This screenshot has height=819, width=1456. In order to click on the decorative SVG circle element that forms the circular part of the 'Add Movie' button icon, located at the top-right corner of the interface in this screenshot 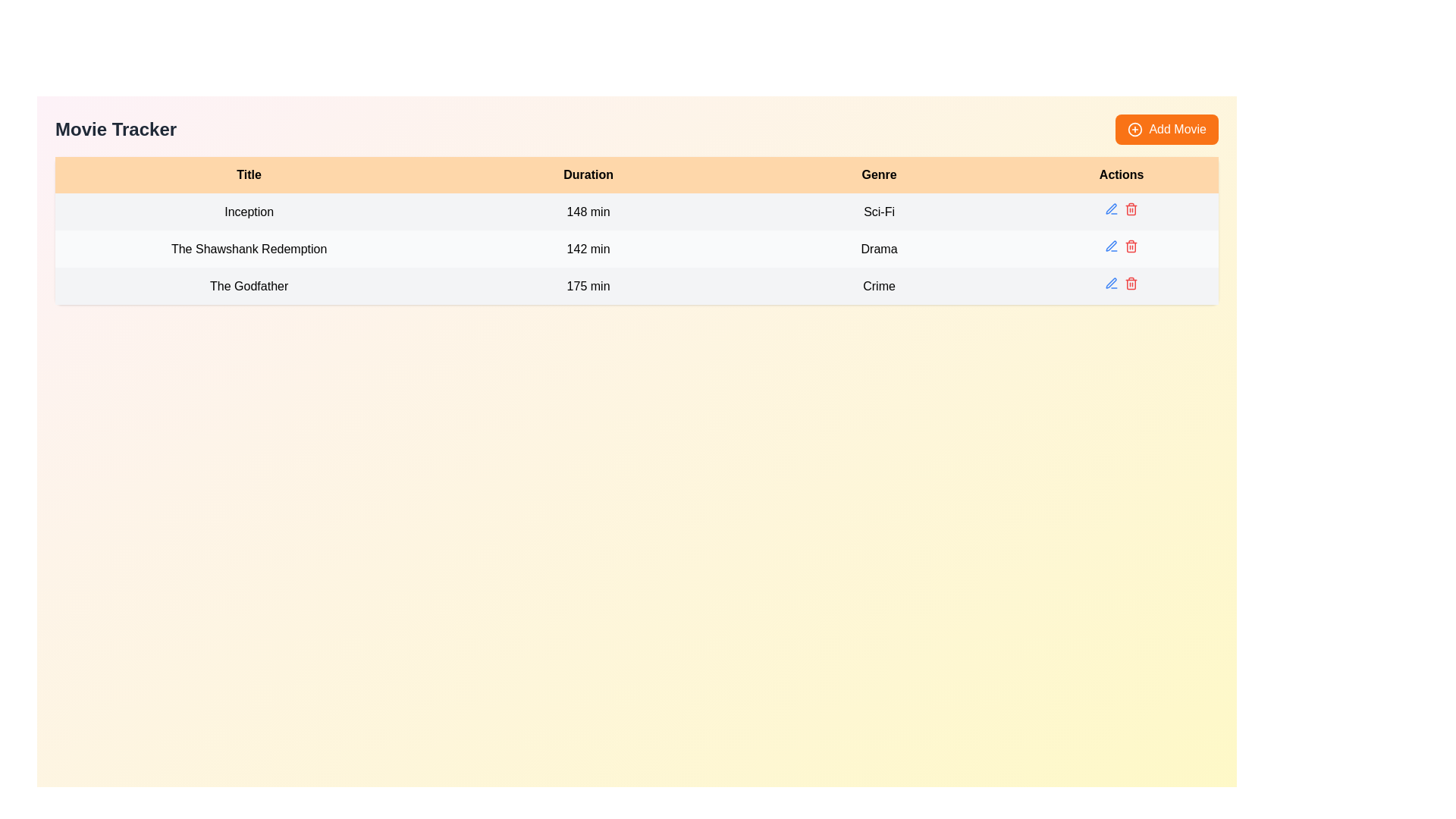, I will do `click(1135, 128)`.